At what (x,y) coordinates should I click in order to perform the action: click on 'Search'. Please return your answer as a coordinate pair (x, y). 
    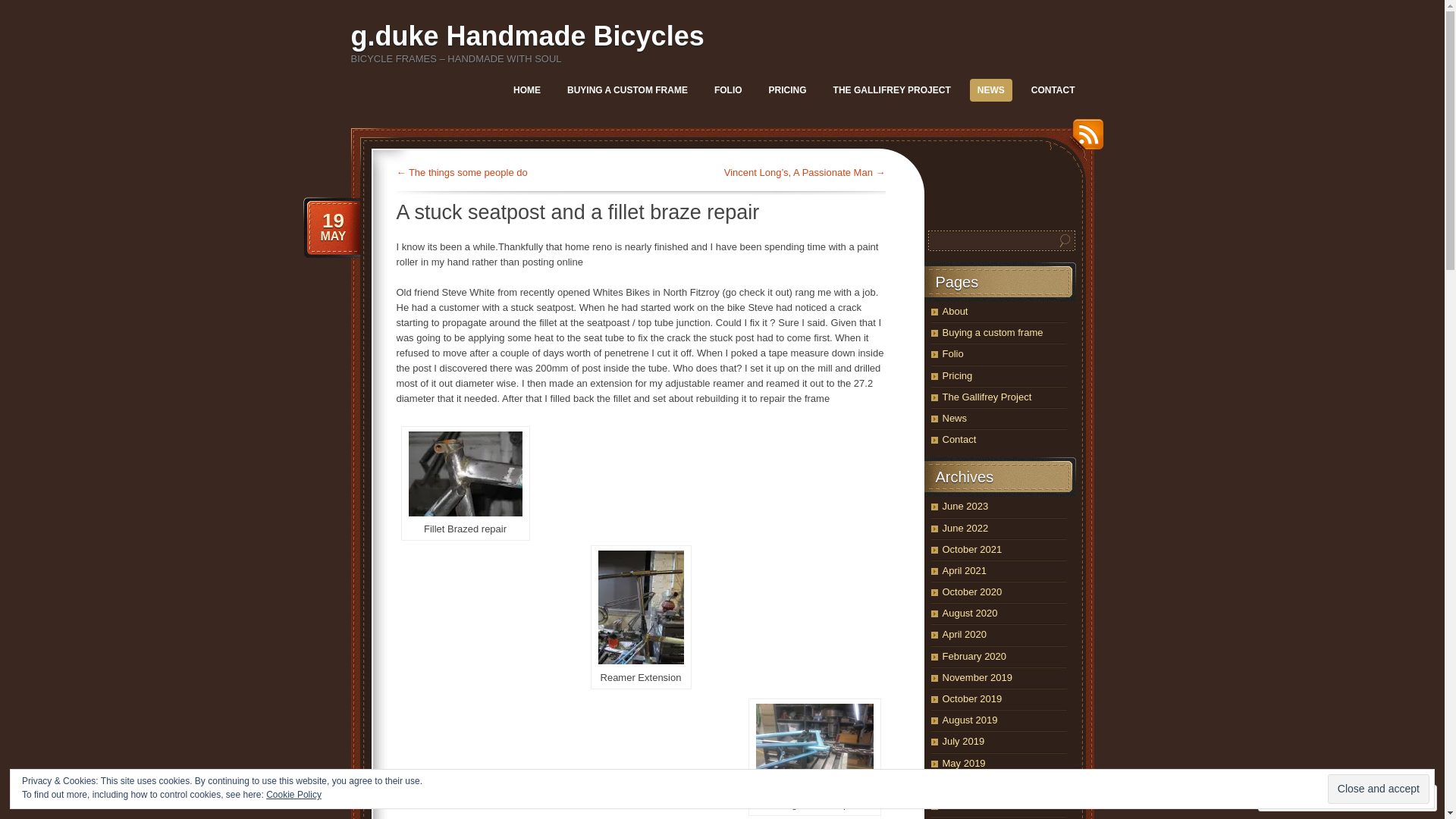
    Looking at the image, I should click on (1063, 240).